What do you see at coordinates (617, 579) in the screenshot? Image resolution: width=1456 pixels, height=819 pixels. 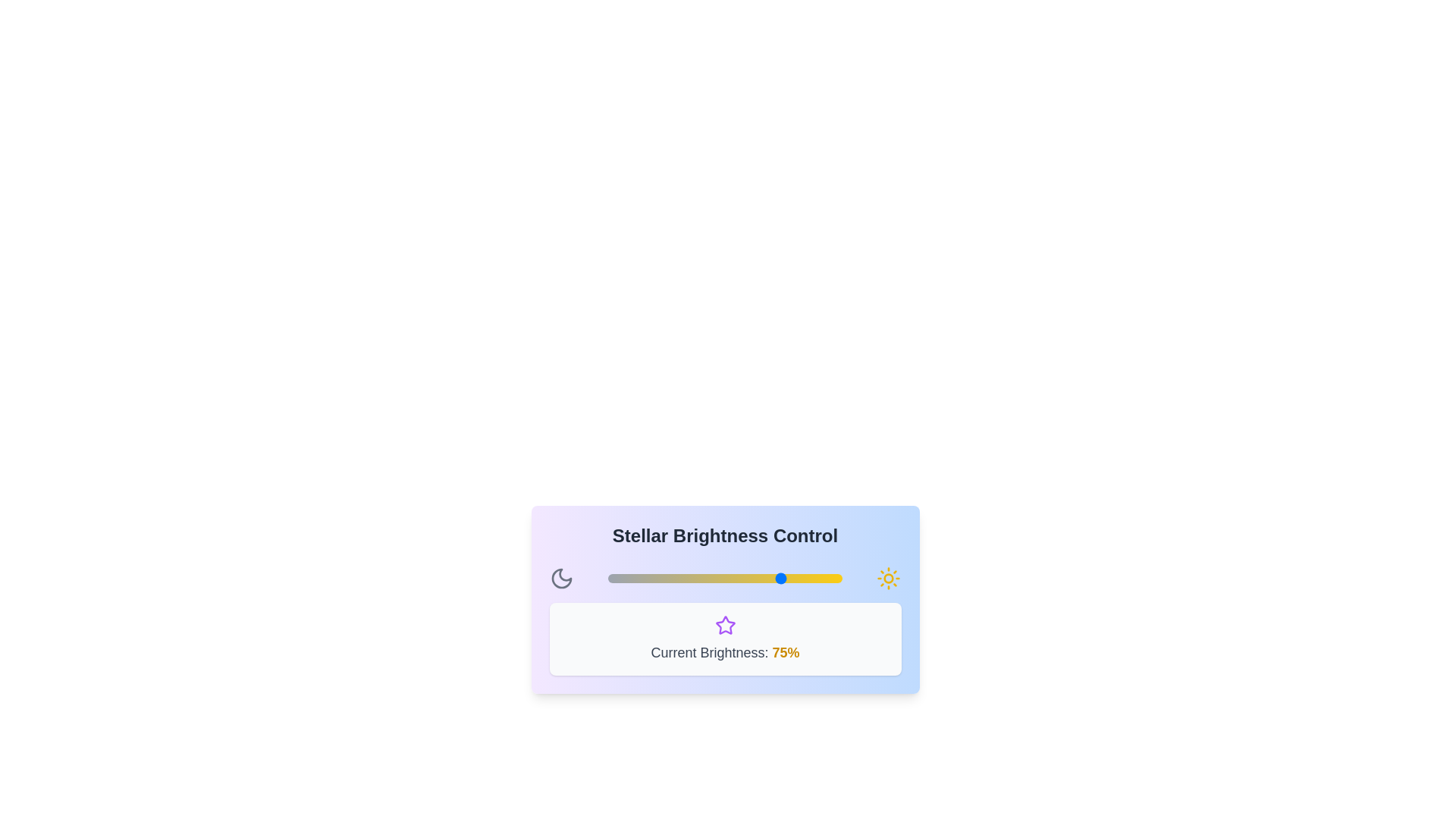 I see `the slider to set the brightness to 4%` at bounding box center [617, 579].